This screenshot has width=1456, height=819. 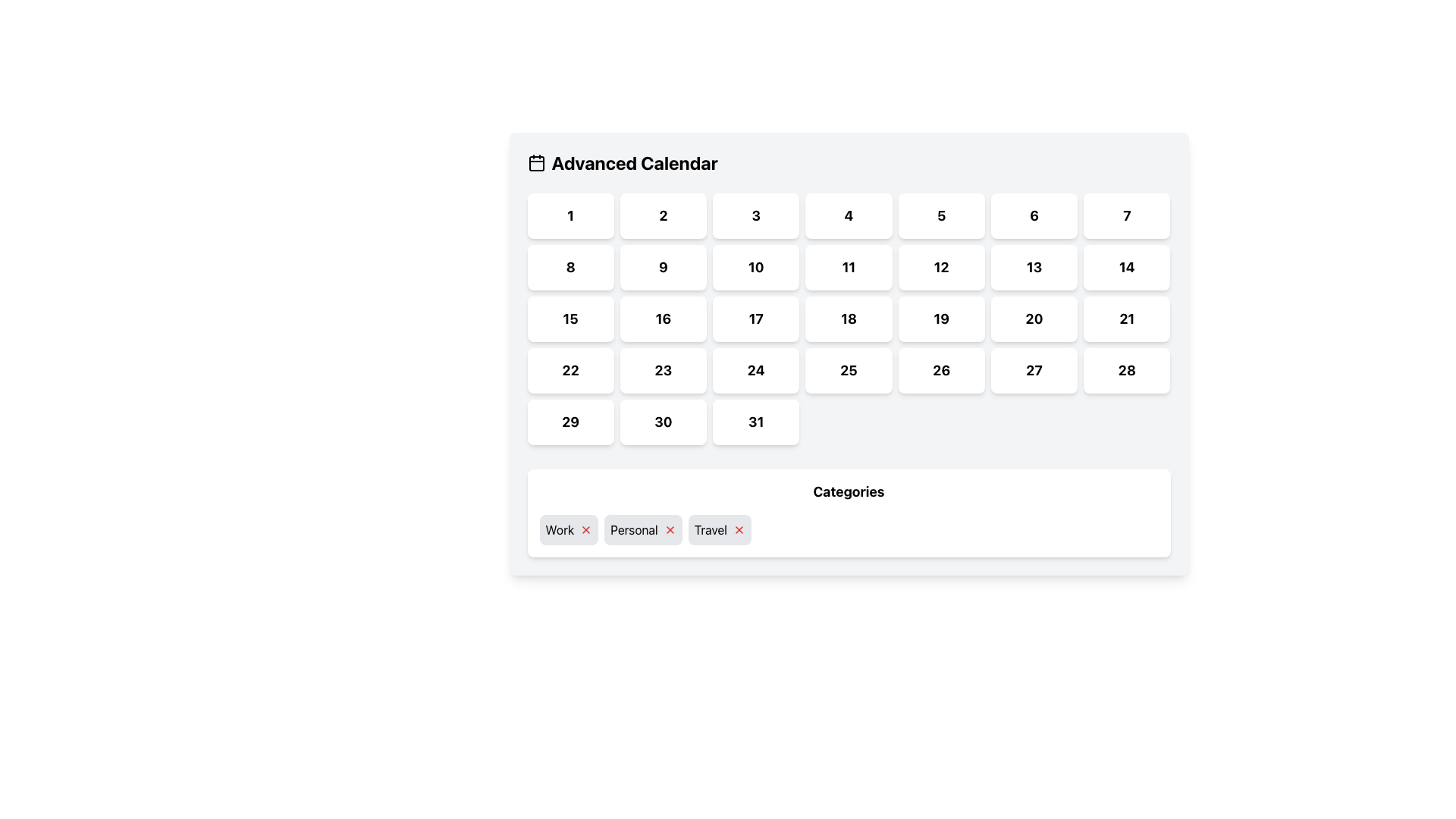 What do you see at coordinates (756, 422) in the screenshot?
I see `the bold textual number '31' displayed in the bottom row of a calendar grid layout, which is the last position in the row` at bounding box center [756, 422].